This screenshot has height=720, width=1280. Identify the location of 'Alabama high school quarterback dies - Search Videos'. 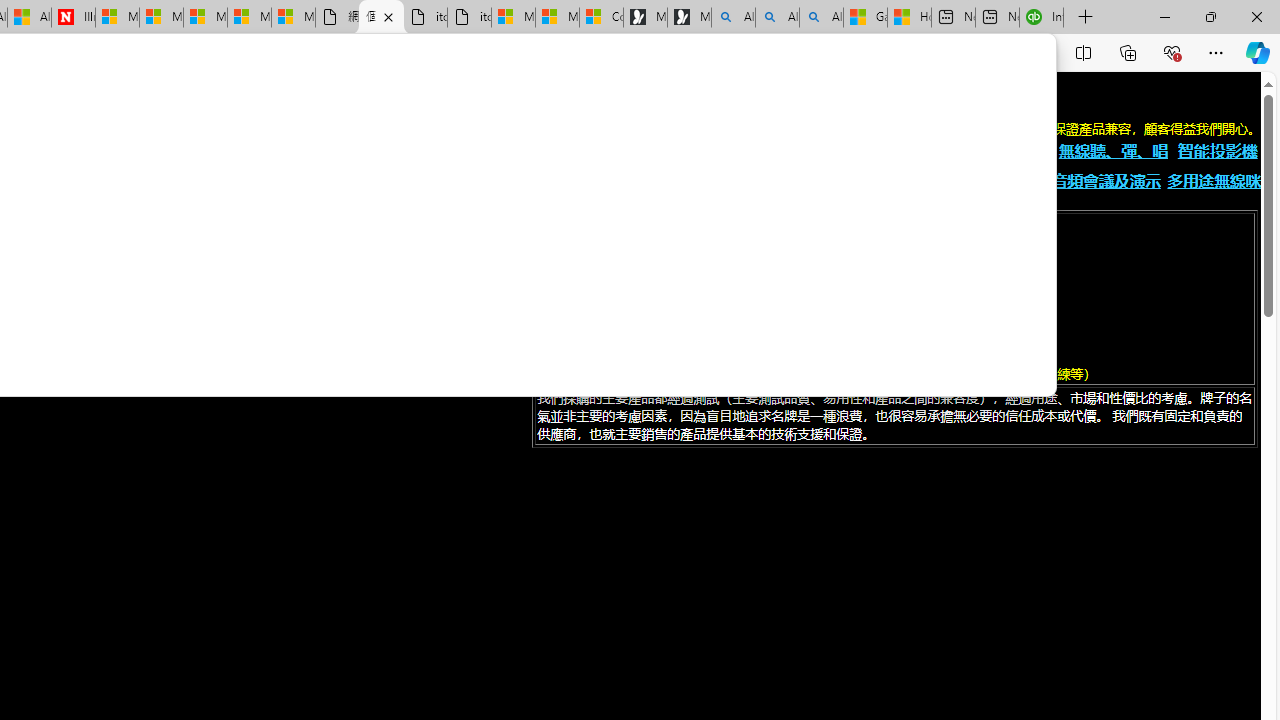
(821, 17).